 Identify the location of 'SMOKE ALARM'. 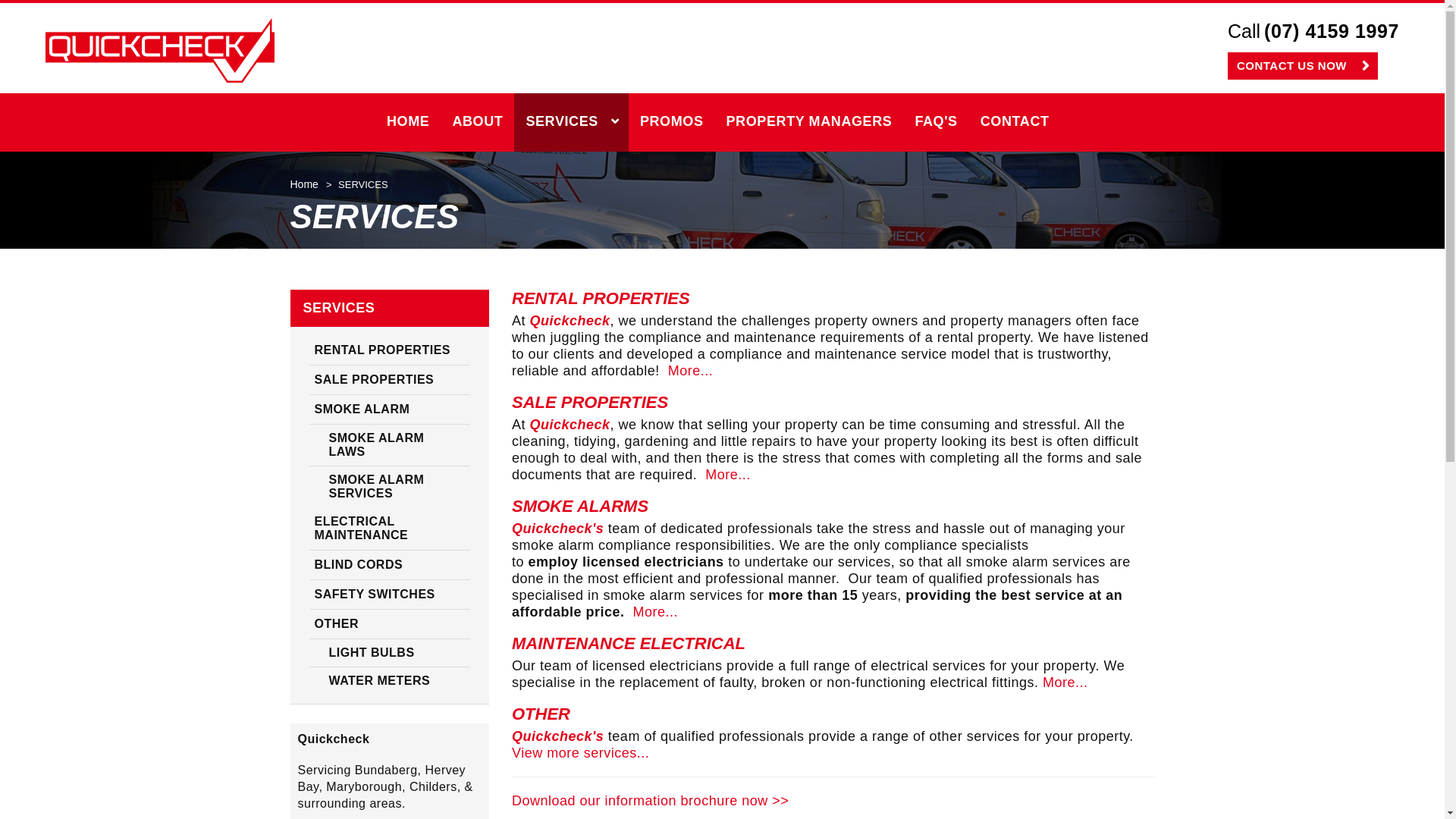
(390, 409).